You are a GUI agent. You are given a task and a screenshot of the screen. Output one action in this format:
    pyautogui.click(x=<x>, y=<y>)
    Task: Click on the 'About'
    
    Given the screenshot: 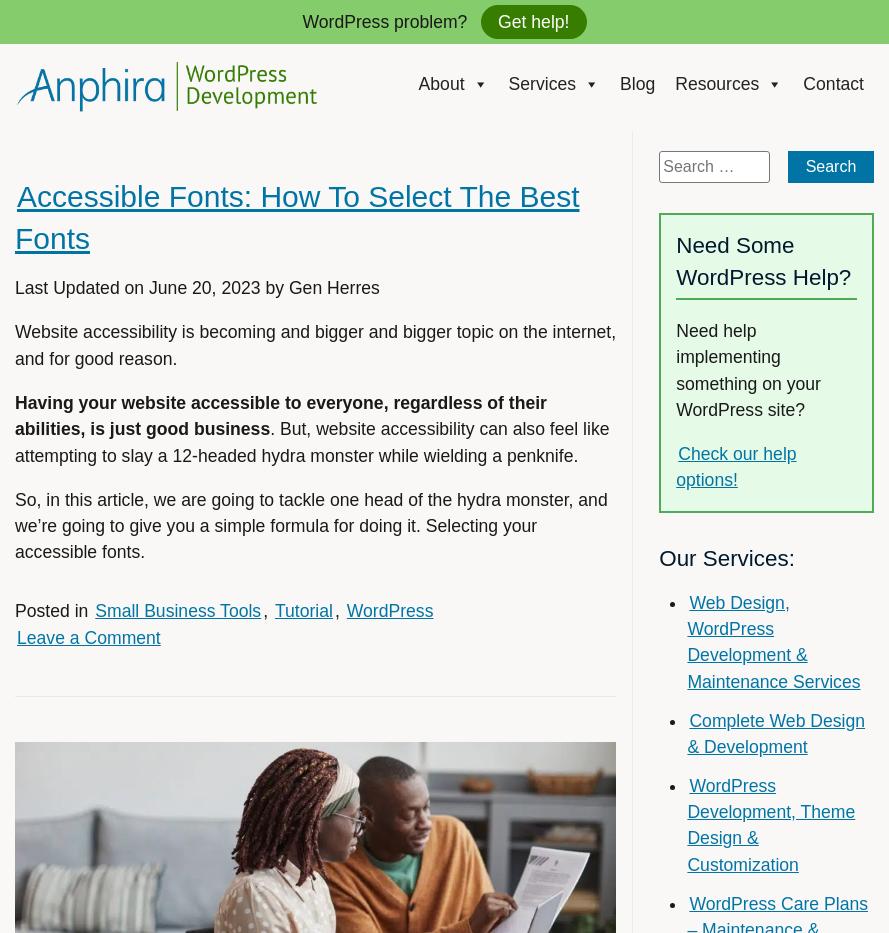 What is the action you would take?
    pyautogui.click(x=441, y=83)
    